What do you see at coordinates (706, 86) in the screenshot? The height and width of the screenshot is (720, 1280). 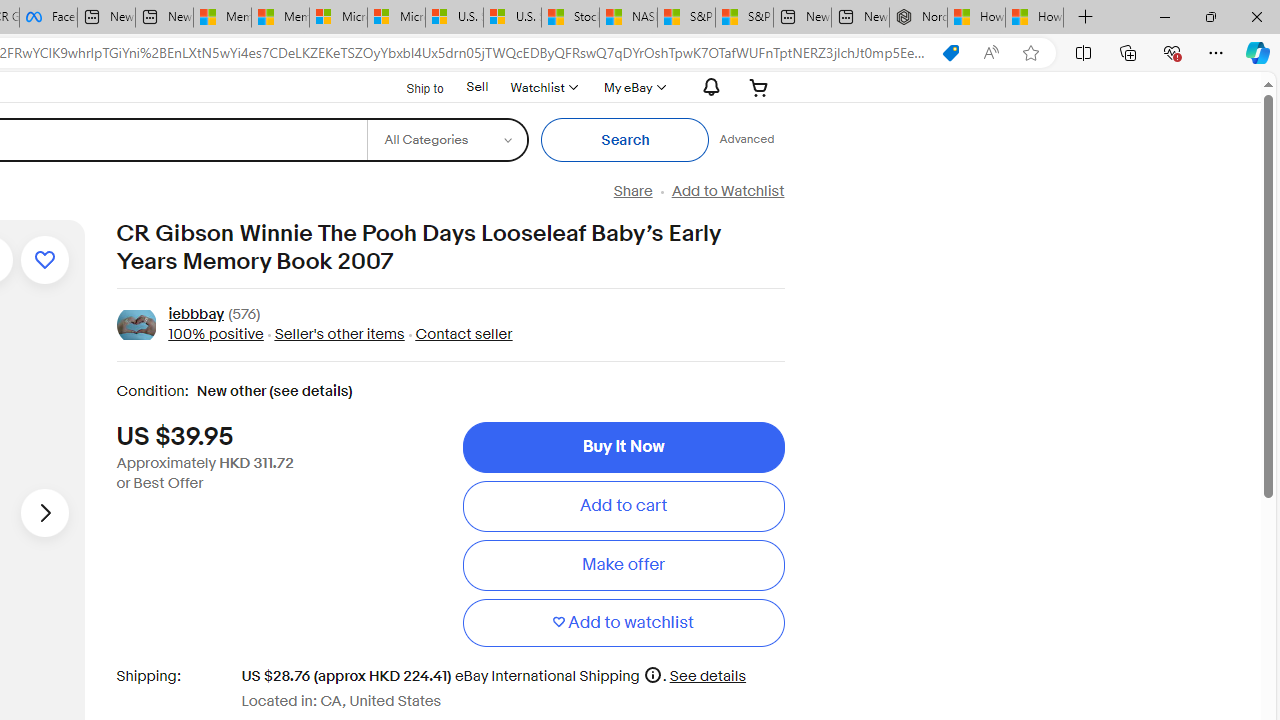 I see `'Notifications'` at bounding box center [706, 86].